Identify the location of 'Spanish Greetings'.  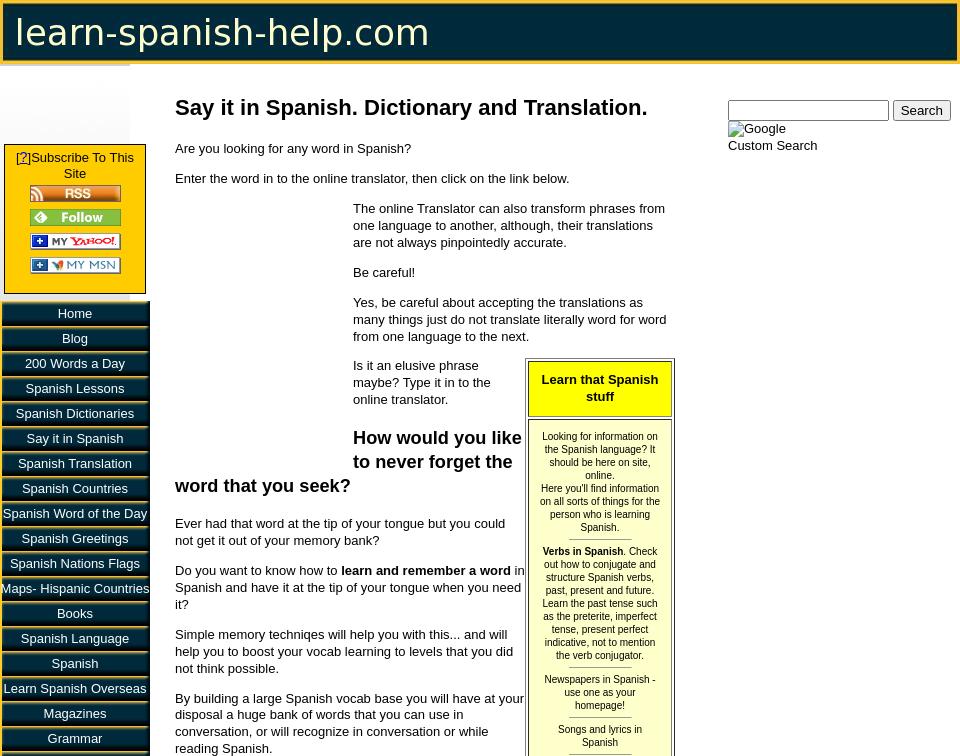
(74, 537).